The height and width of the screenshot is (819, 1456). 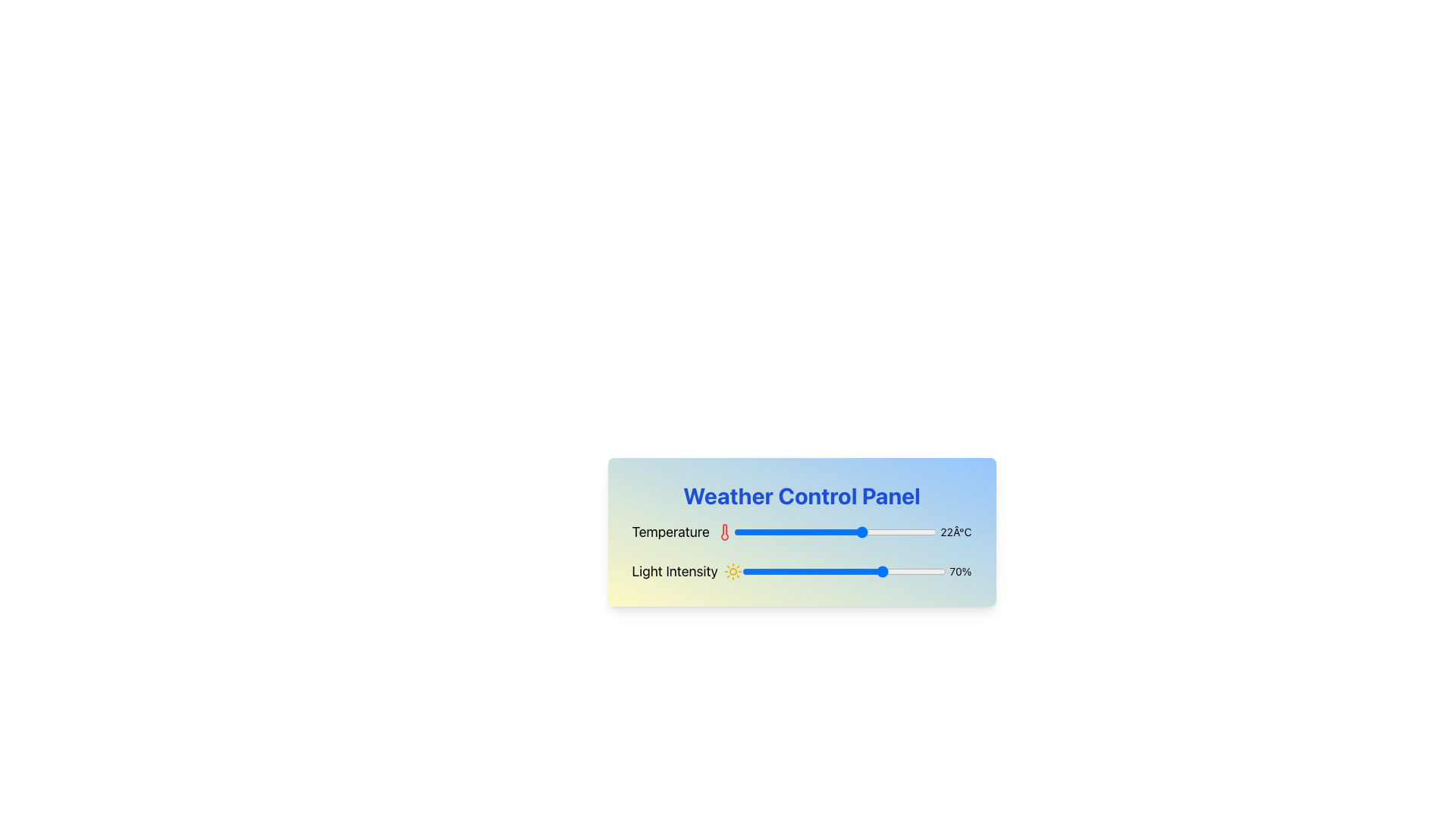 I want to click on the temperature slider, so click(x=872, y=532).